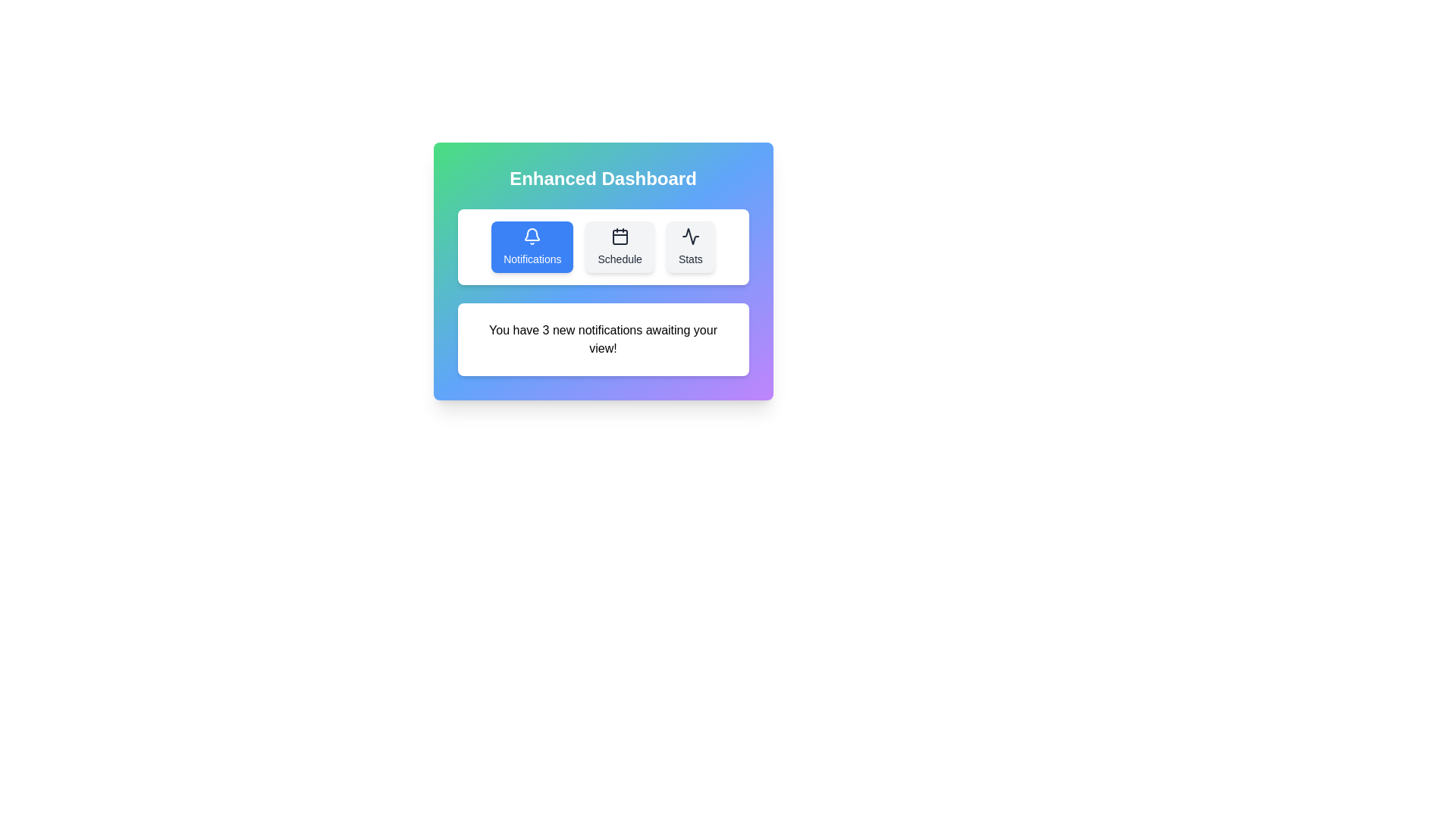 The height and width of the screenshot is (819, 1456). What do you see at coordinates (532, 246) in the screenshot?
I see `the blue 'Notifications' button with a bell icon` at bounding box center [532, 246].